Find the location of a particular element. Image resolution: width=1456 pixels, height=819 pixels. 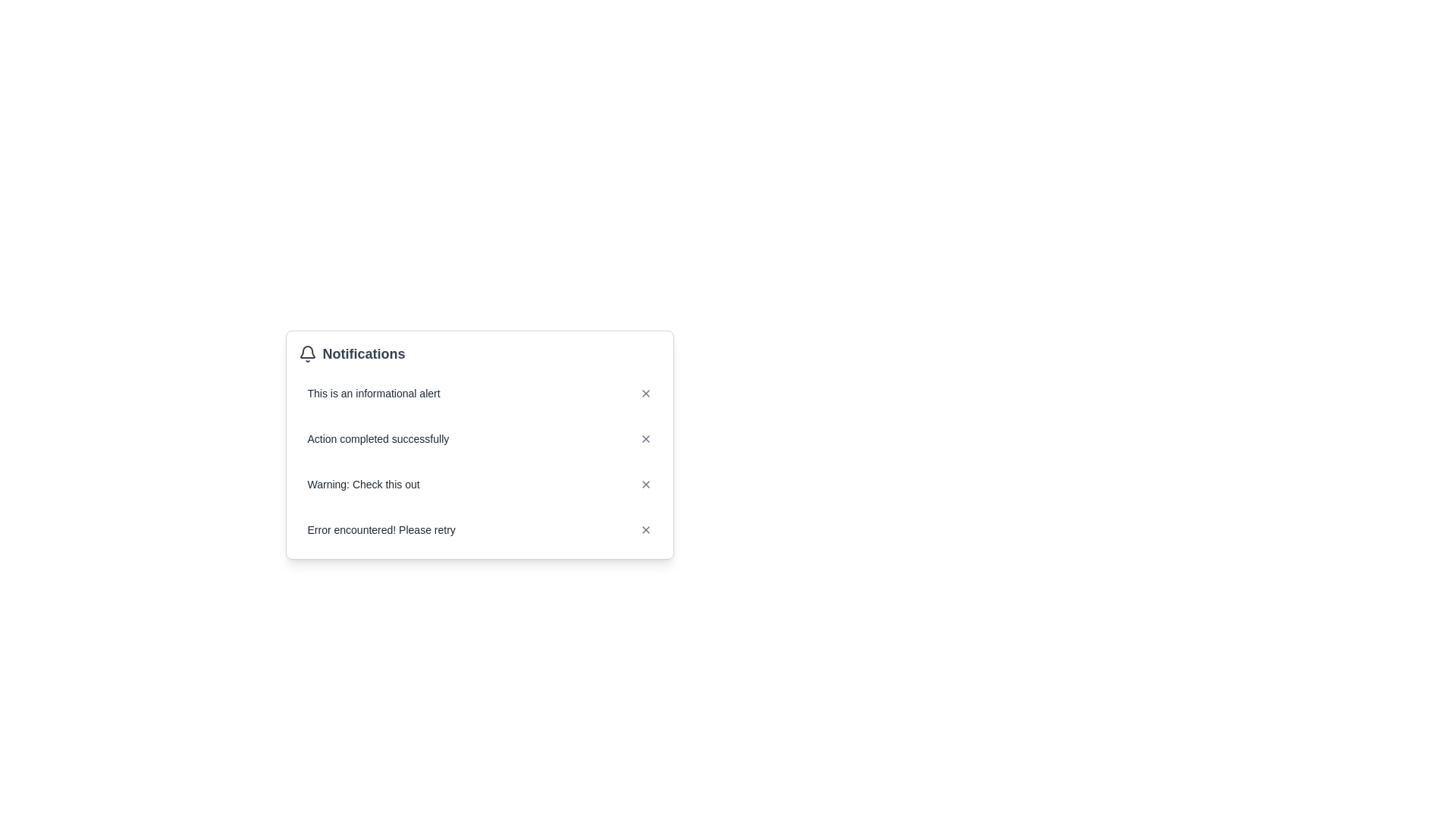

the interactive close icon positioned at the far-right corner of the notification bar labeled 'Warning: Check this out' is located at coordinates (645, 485).